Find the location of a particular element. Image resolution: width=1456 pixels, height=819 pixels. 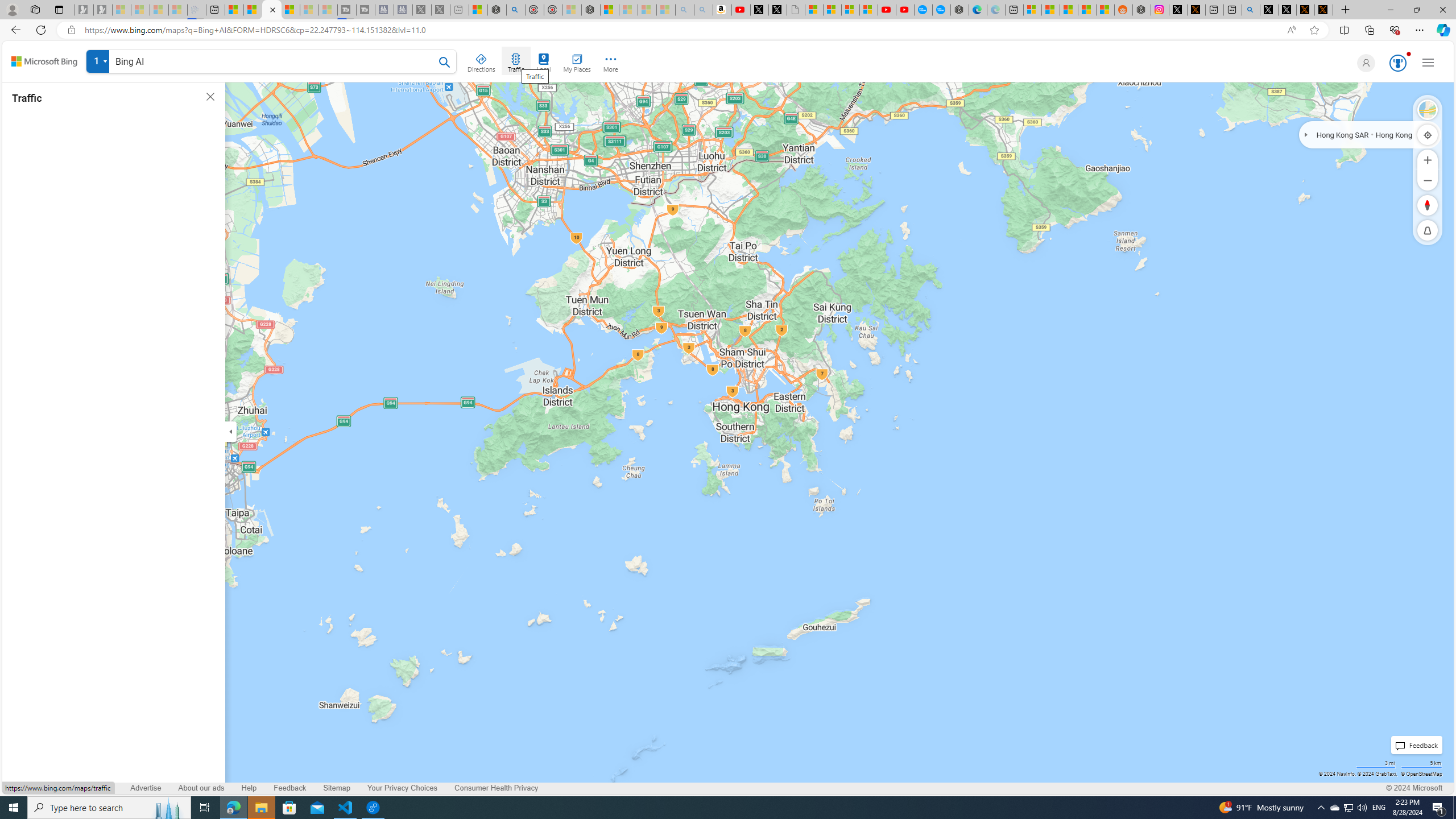

'Select Style' is located at coordinates (1428, 109).